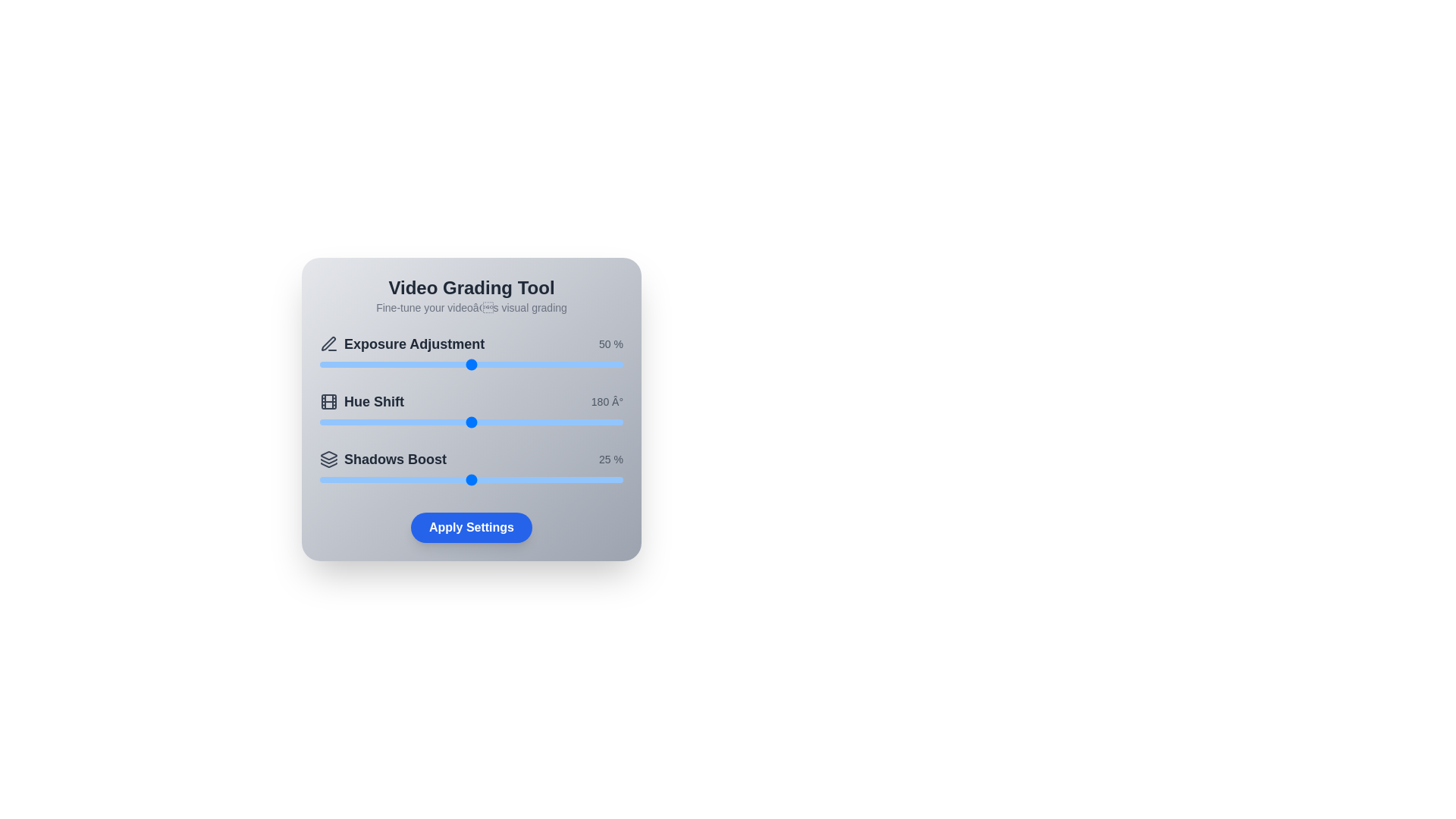 The height and width of the screenshot is (819, 1456). I want to click on the exposure adjustment, so click(461, 365).